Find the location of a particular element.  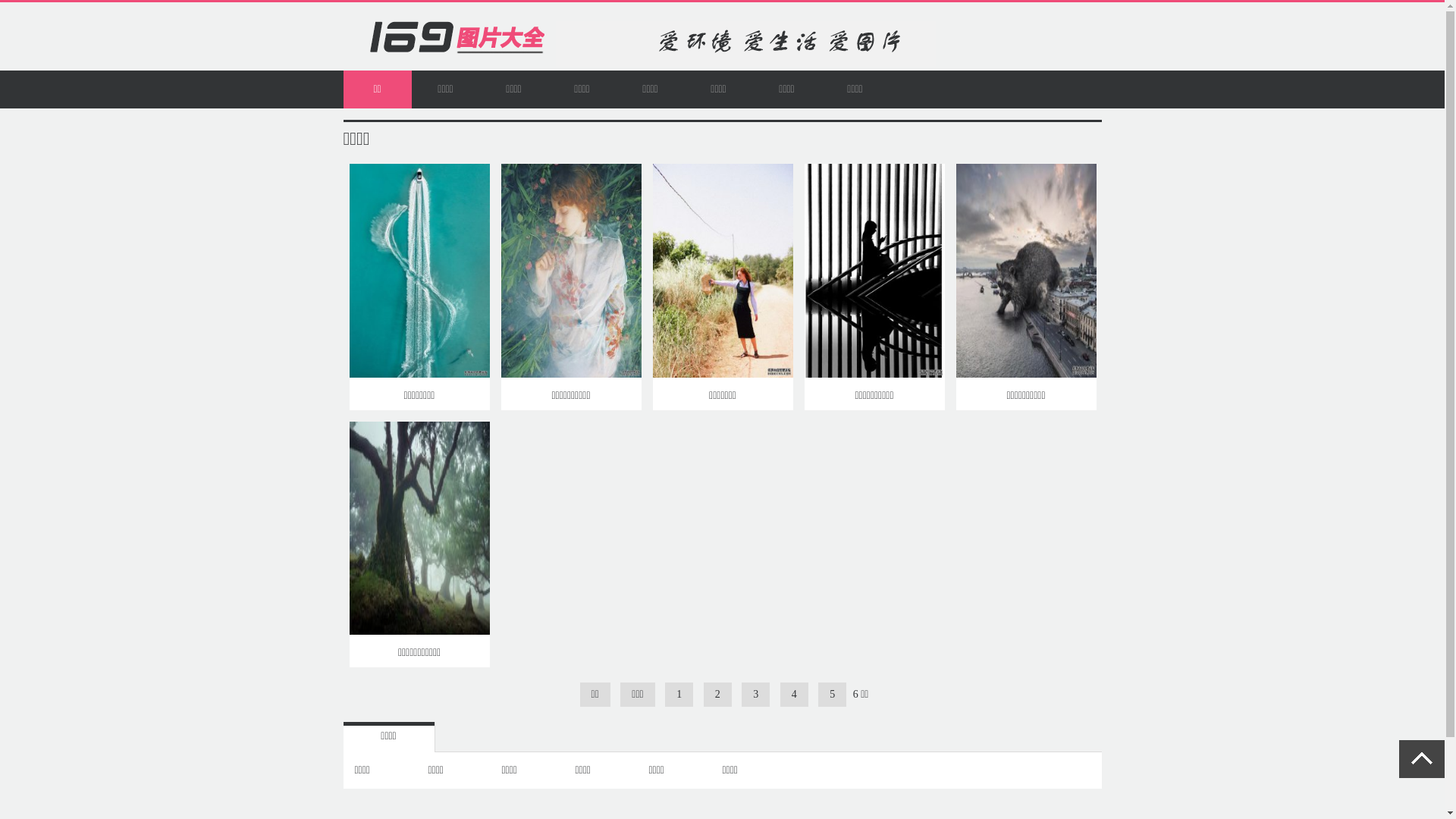

'3' is located at coordinates (755, 694).